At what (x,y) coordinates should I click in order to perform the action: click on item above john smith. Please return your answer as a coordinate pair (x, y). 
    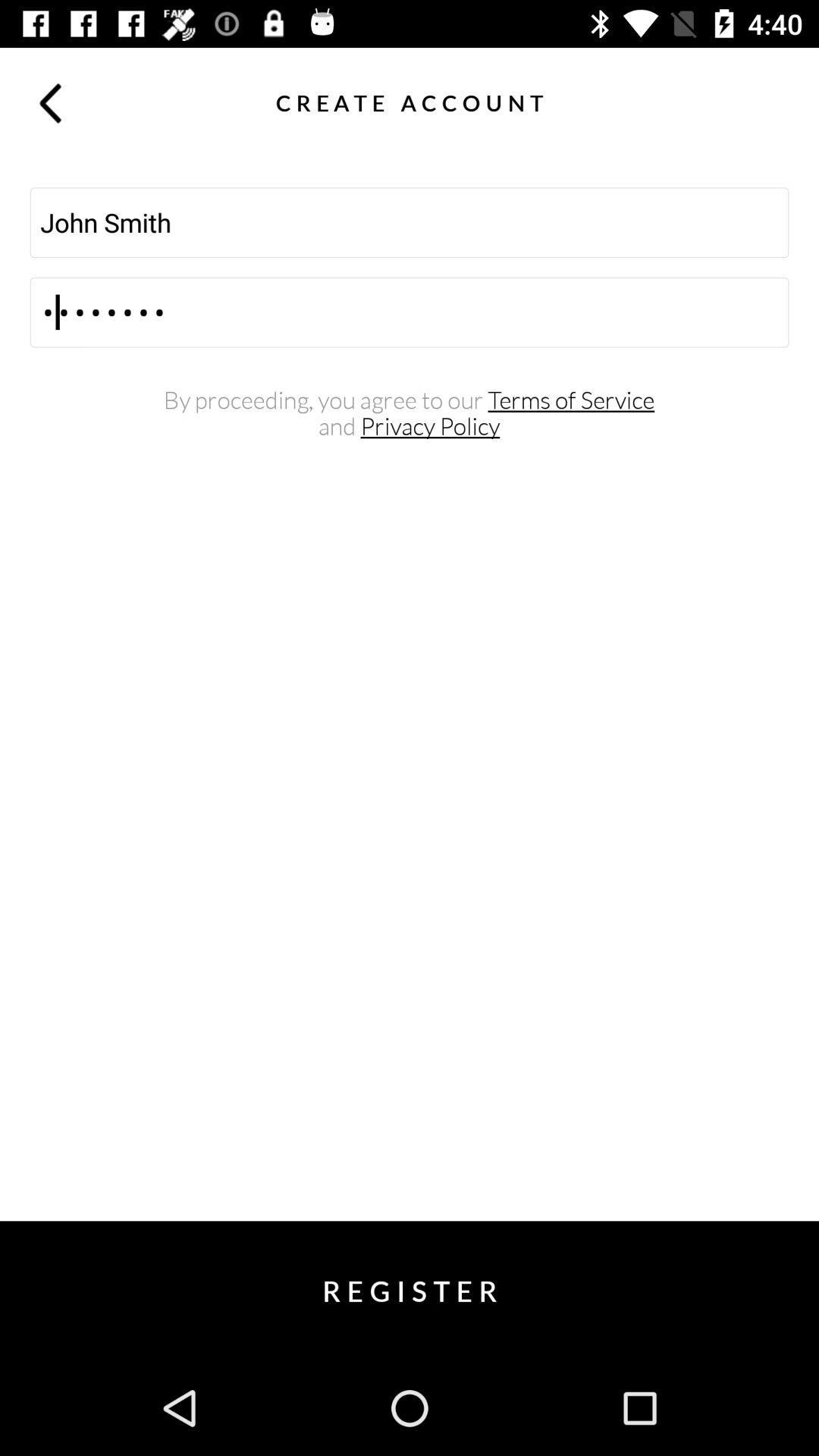
    Looking at the image, I should click on (769, 102).